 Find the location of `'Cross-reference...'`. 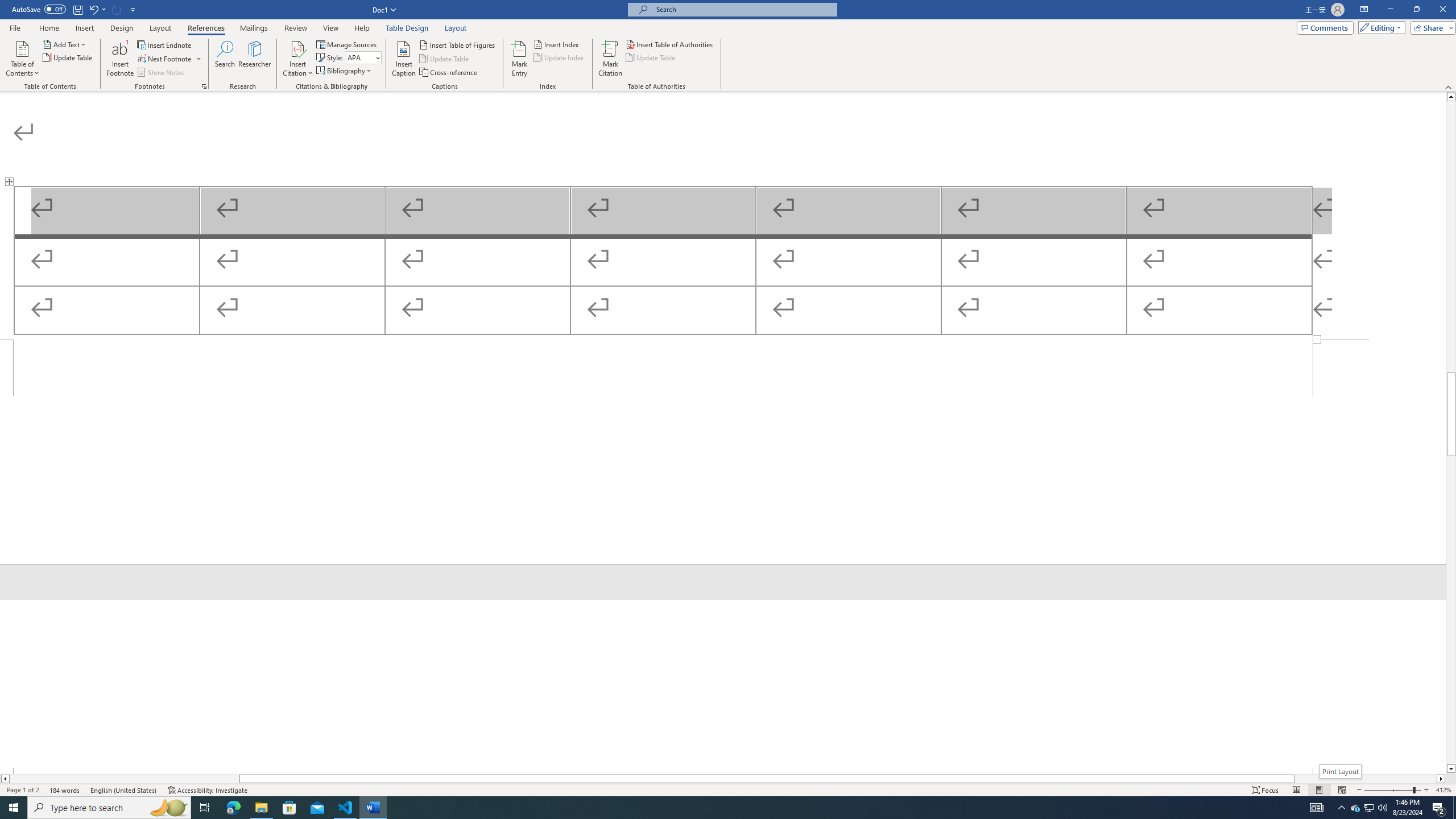

'Cross-reference...' is located at coordinates (448, 72).